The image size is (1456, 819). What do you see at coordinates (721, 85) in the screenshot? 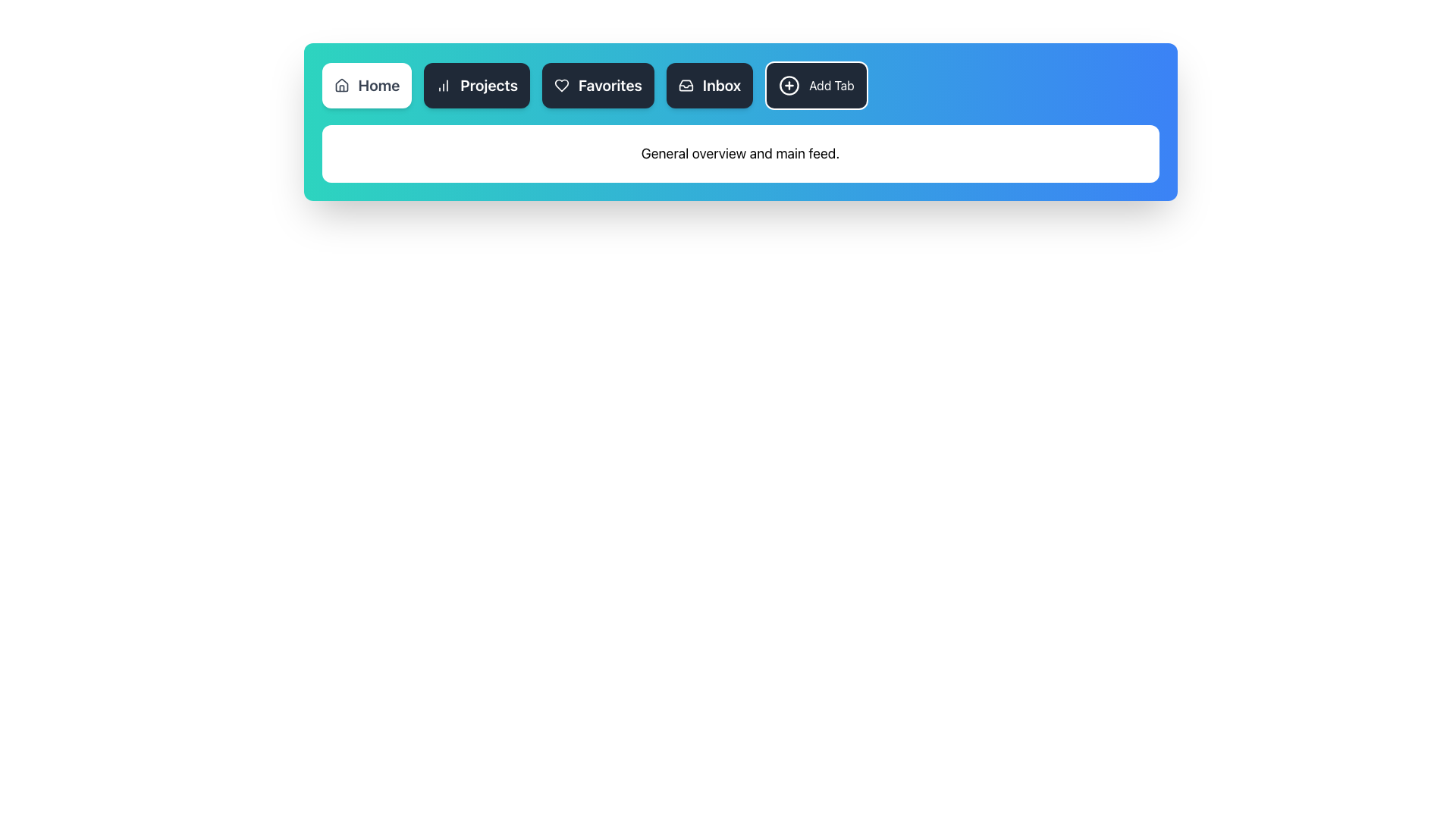
I see `text label displaying 'Inbox' located in the navigation bar towards the center-right, adjacent to 'Projects' and 'Favorites'` at bounding box center [721, 85].